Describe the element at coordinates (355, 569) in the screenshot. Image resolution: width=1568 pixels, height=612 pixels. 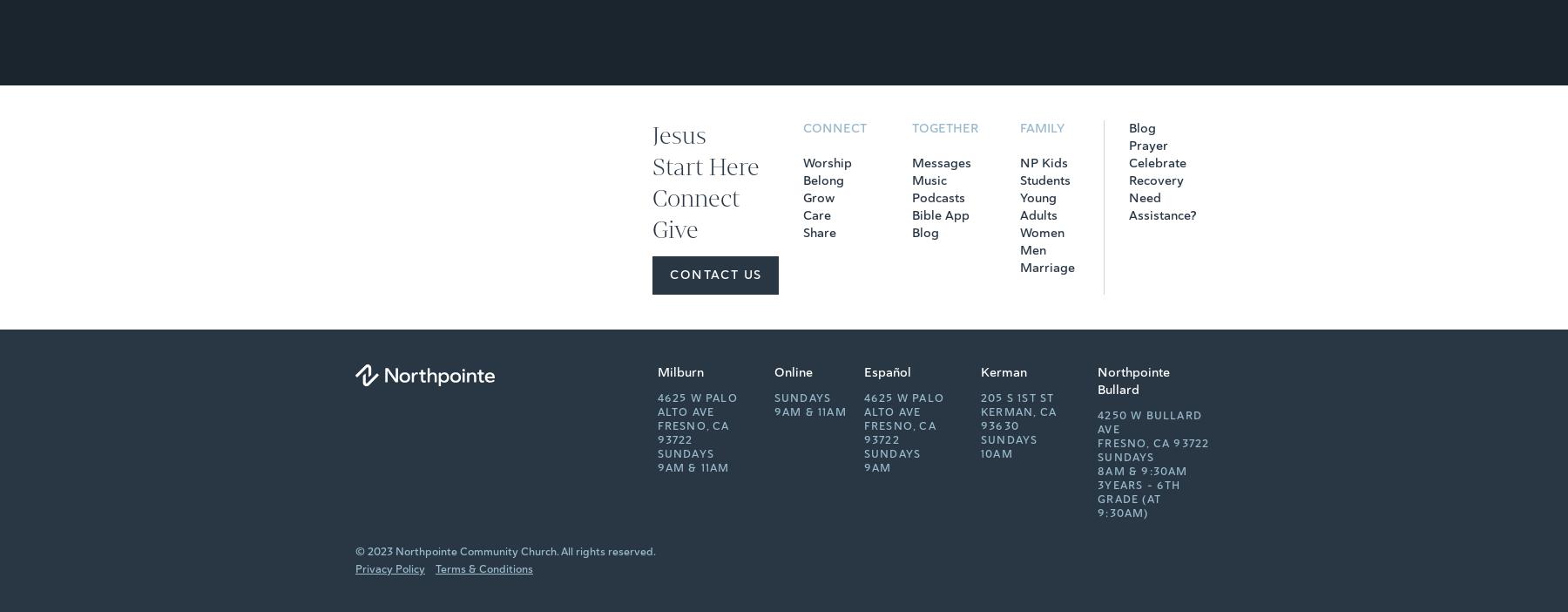
I see `'Privacy Policy'` at that location.